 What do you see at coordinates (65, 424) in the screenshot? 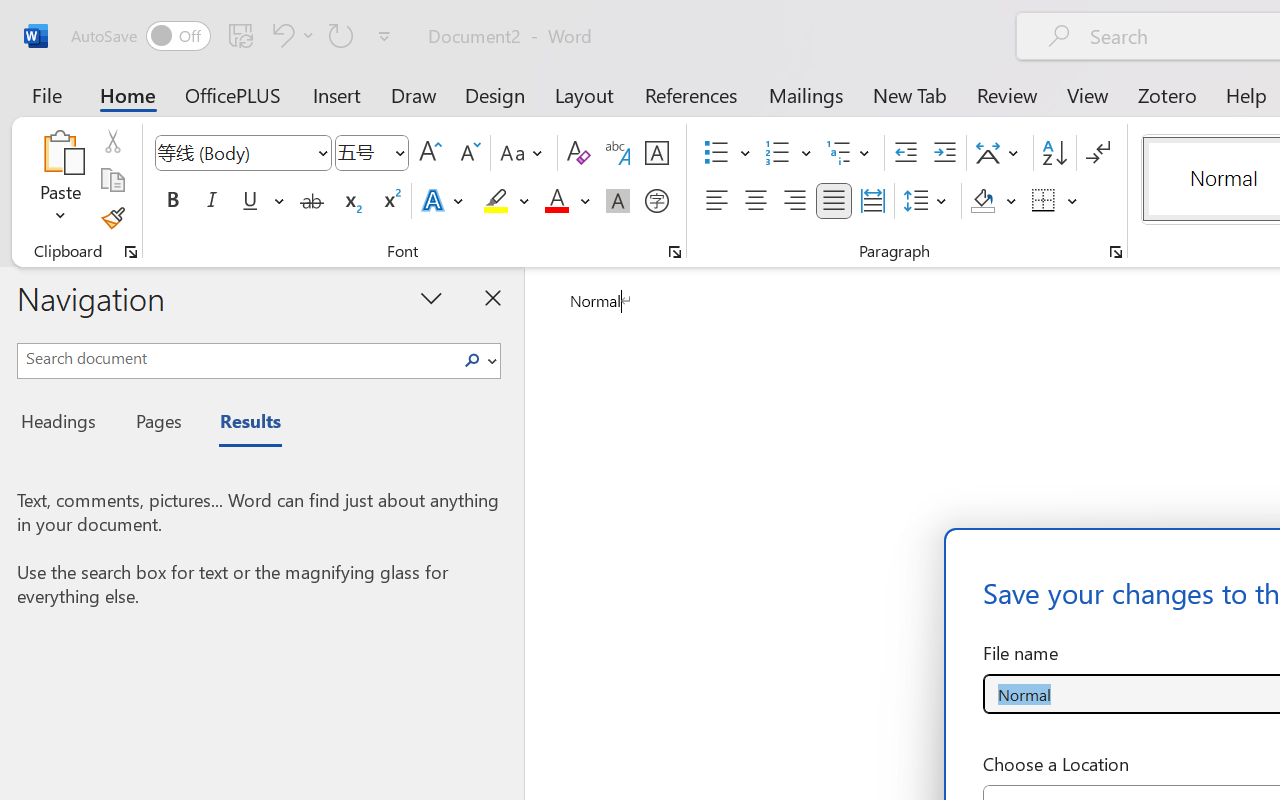
I see `'Headings'` at bounding box center [65, 424].